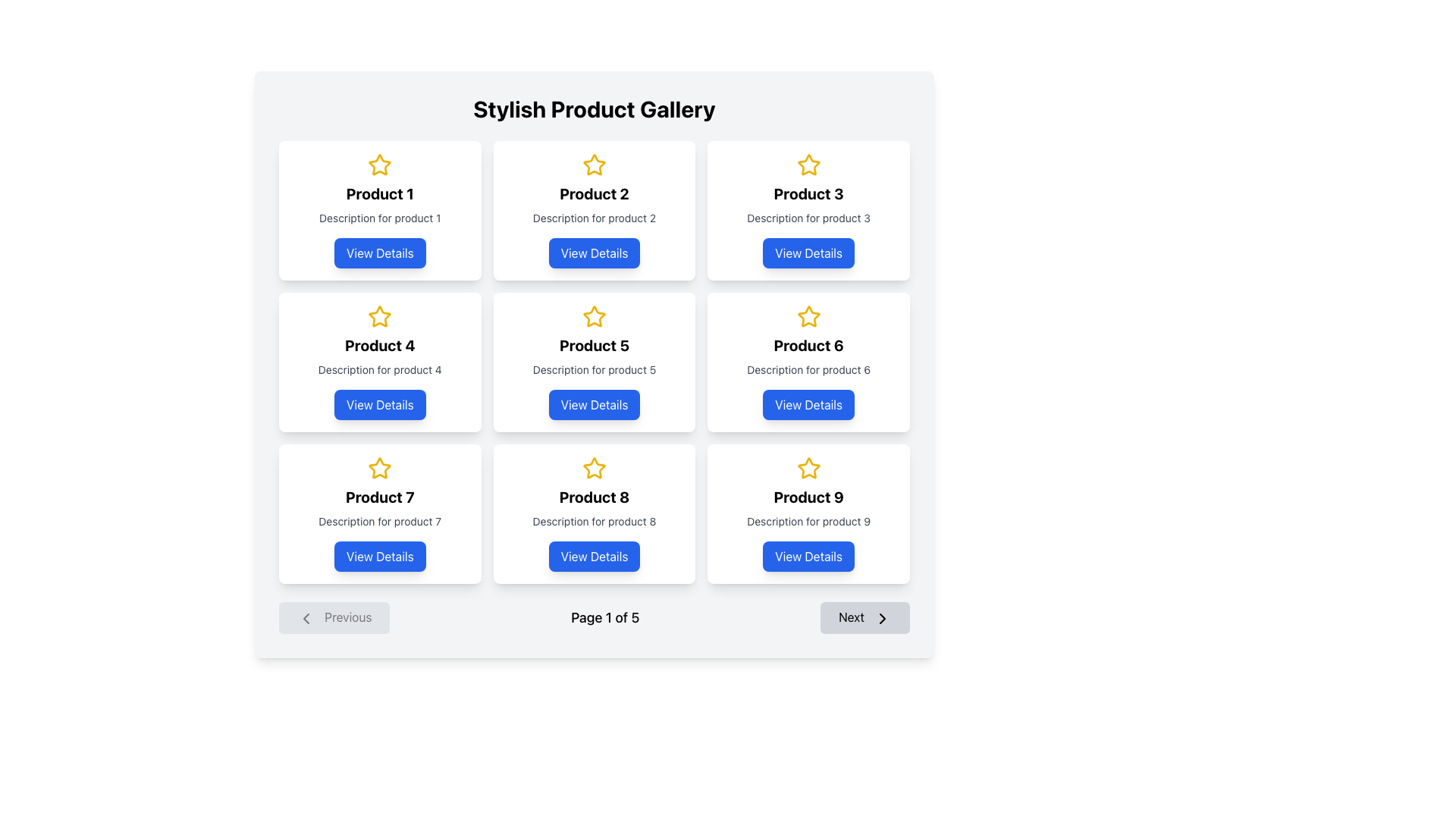 The width and height of the screenshot is (1456, 819). I want to click on the yellow star-shaped icon with a white interior, located above the text 'Product 6', so click(808, 315).